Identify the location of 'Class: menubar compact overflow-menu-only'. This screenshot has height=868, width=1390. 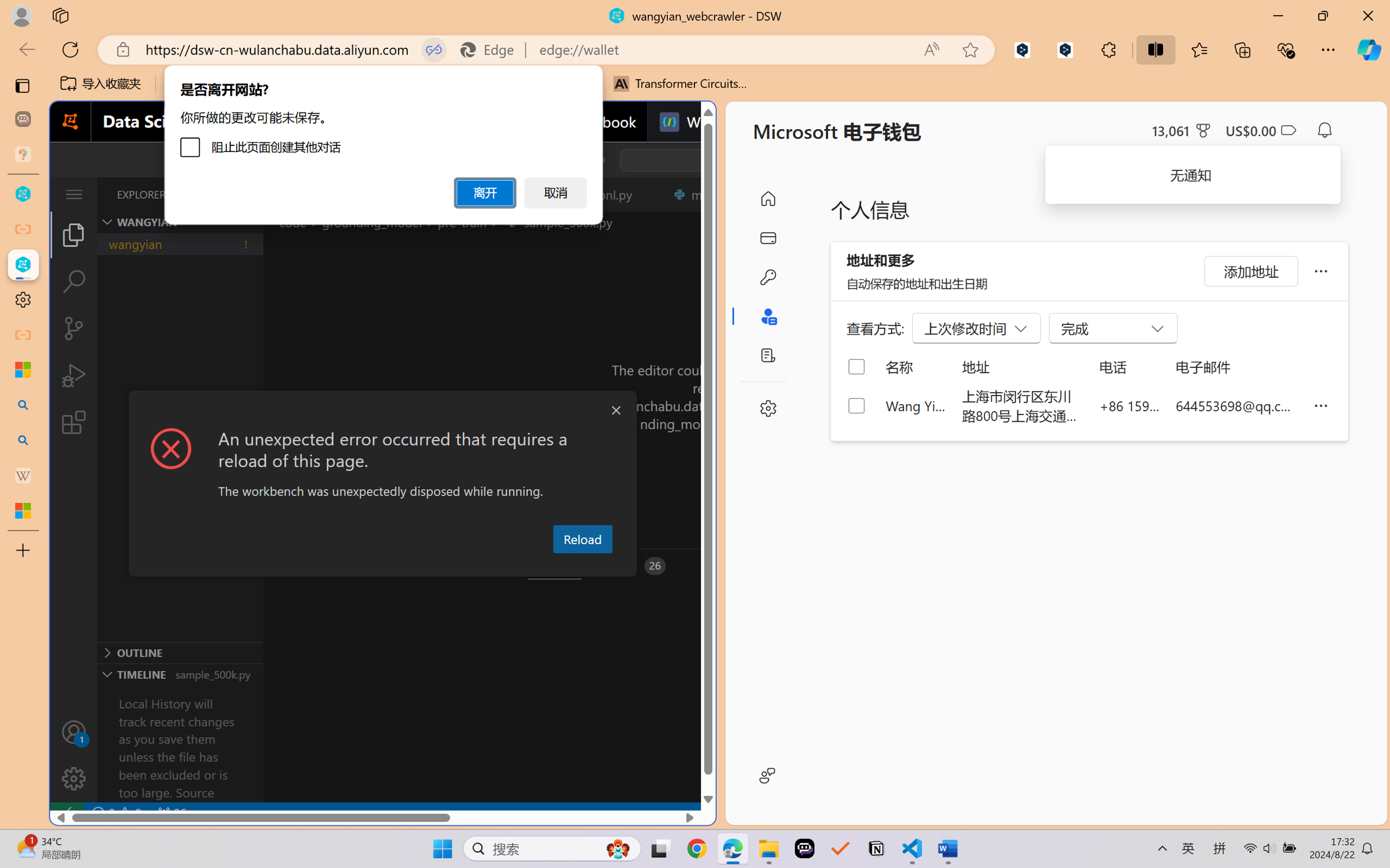
(73, 193).